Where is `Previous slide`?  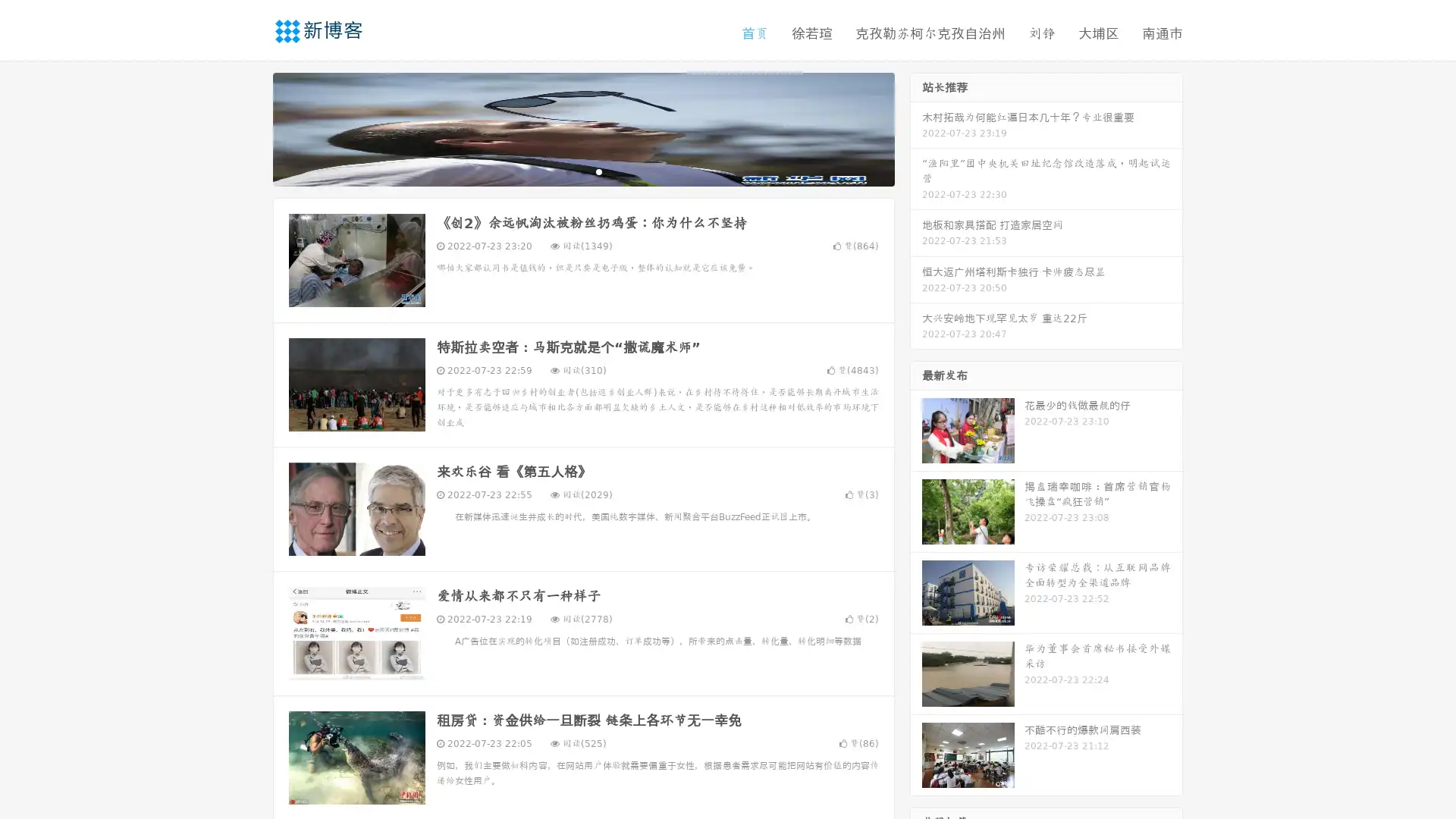
Previous slide is located at coordinates (250, 127).